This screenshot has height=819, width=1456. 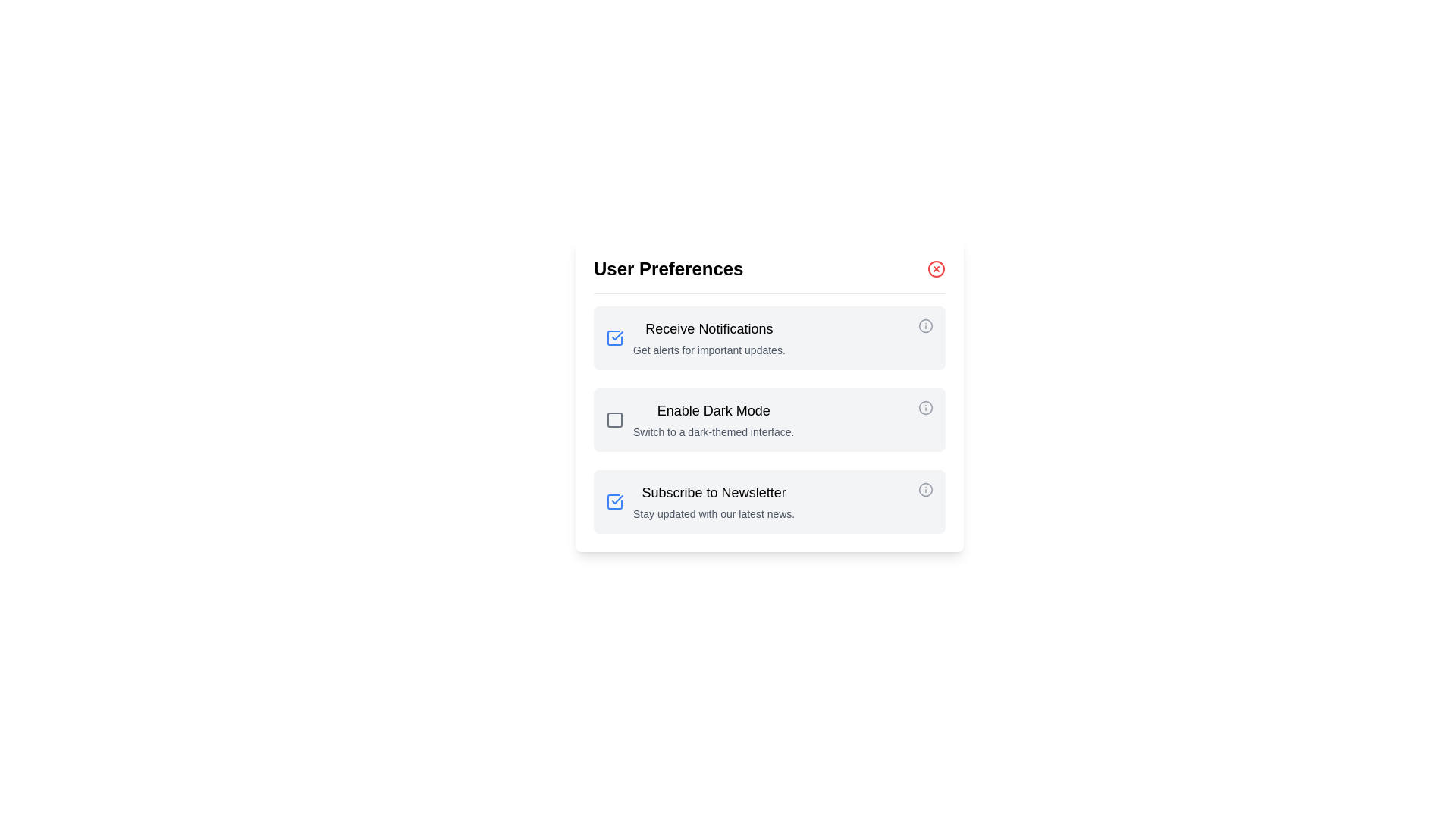 What do you see at coordinates (615, 420) in the screenshot?
I see `the visual indicator for 'Enable Dark Mode' located to the left of the text in the second option of 'User Preferences'` at bounding box center [615, 420].